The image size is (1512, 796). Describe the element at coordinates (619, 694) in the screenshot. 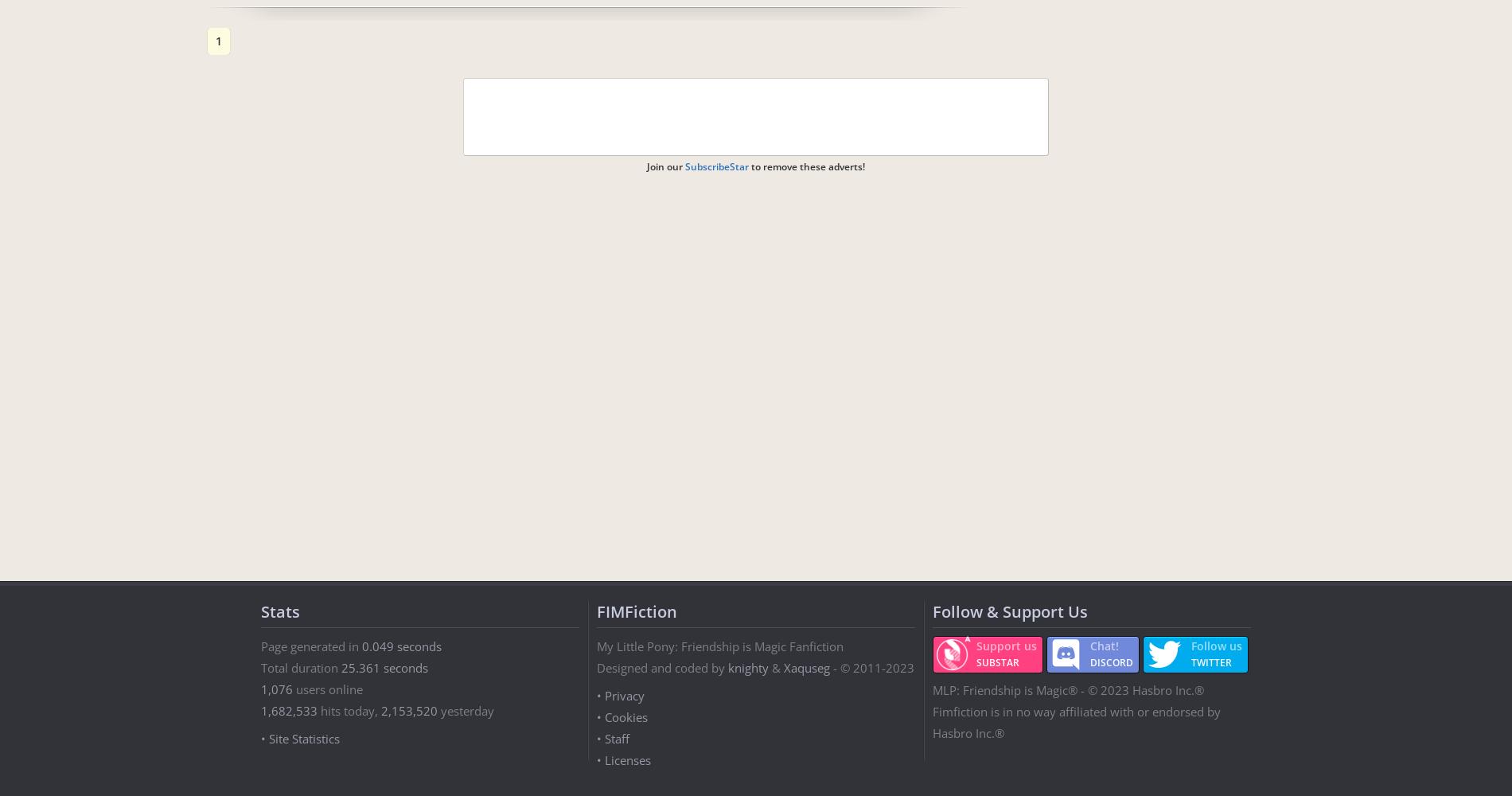

I see `'• Privacy'` at that location.